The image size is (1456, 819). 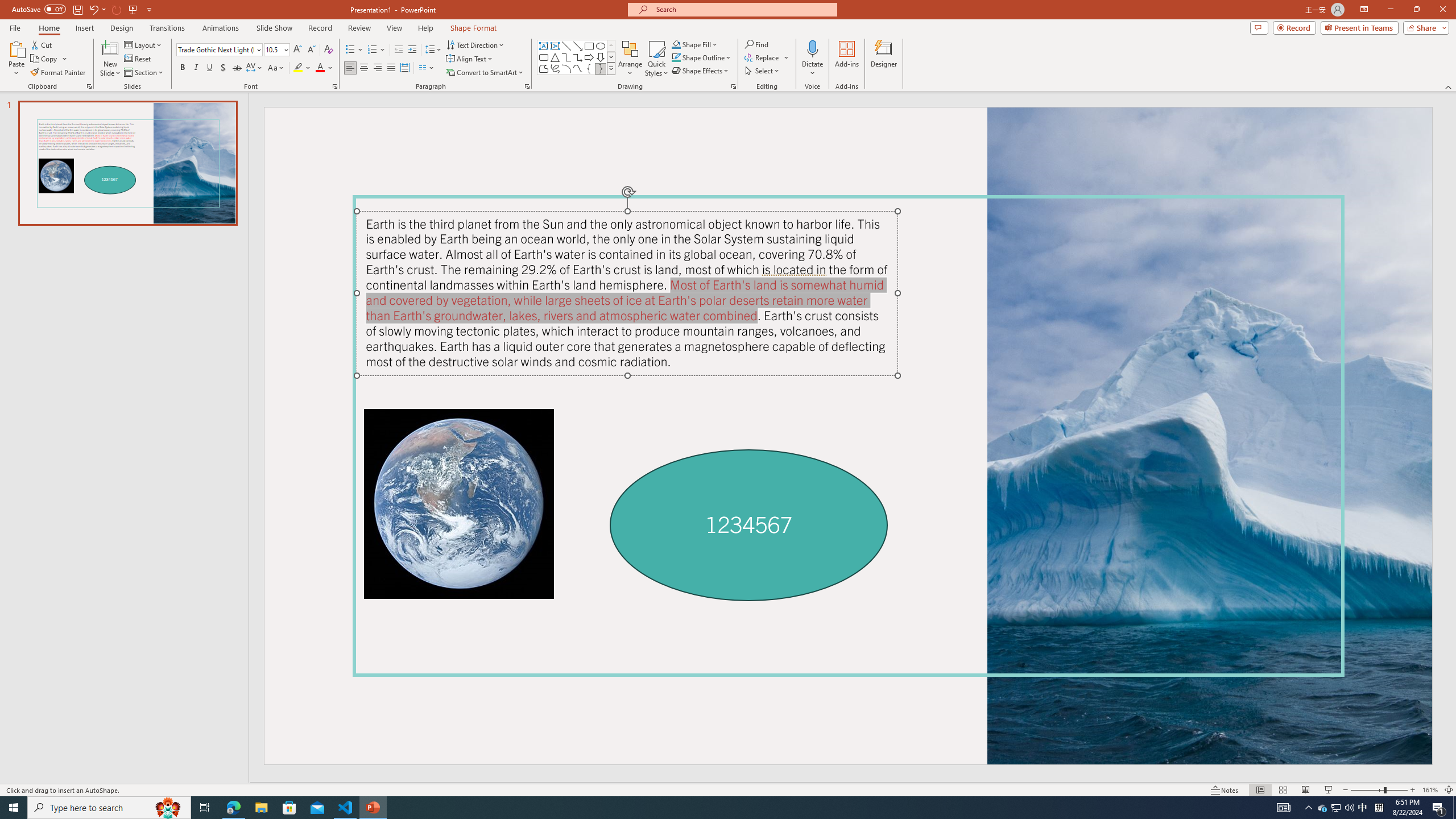 I want to click on 'Font...', so click(x=334, y=85).